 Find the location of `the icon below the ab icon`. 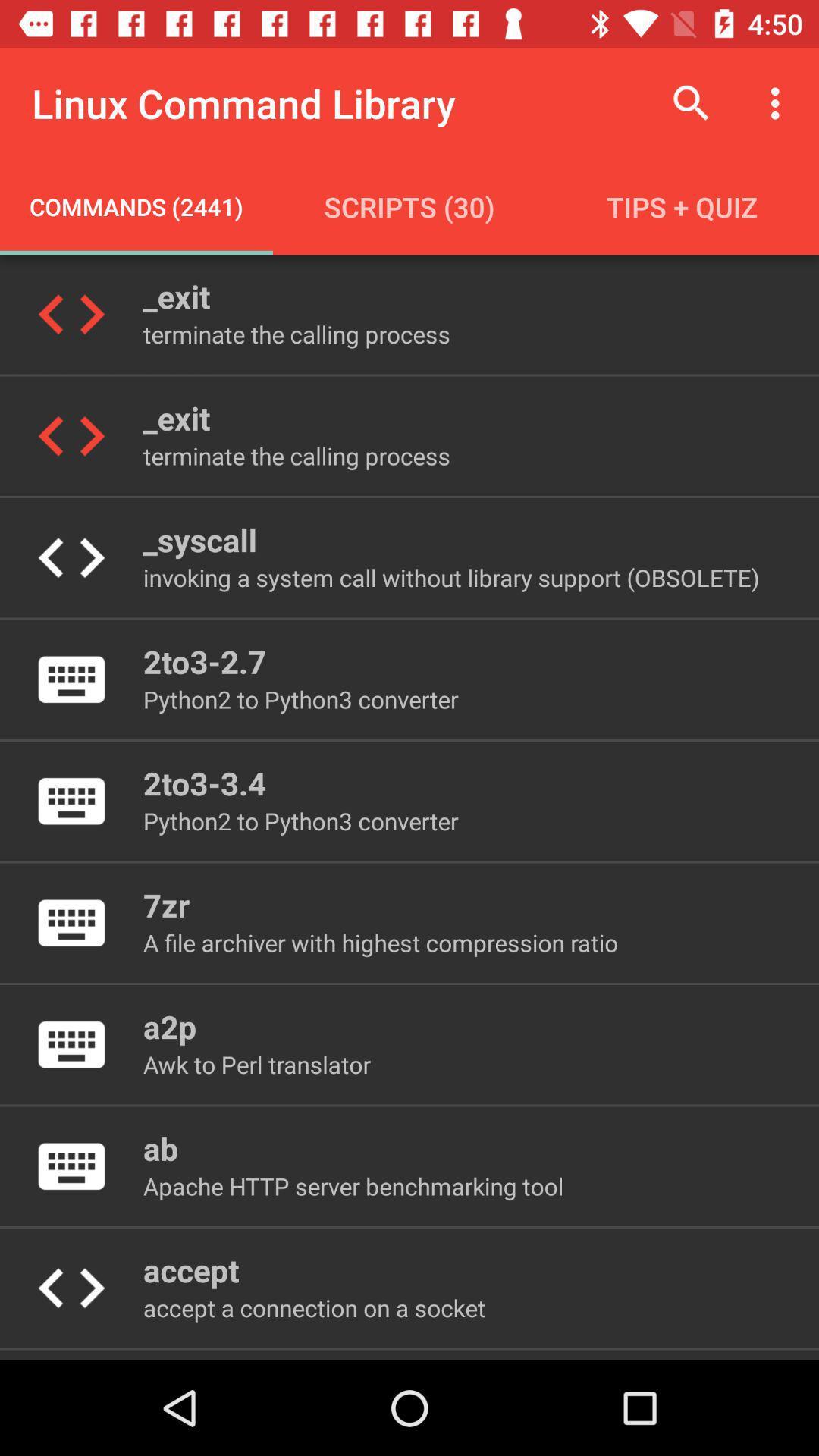

the icon below the ab icon is located at coordinates (353, 1185).